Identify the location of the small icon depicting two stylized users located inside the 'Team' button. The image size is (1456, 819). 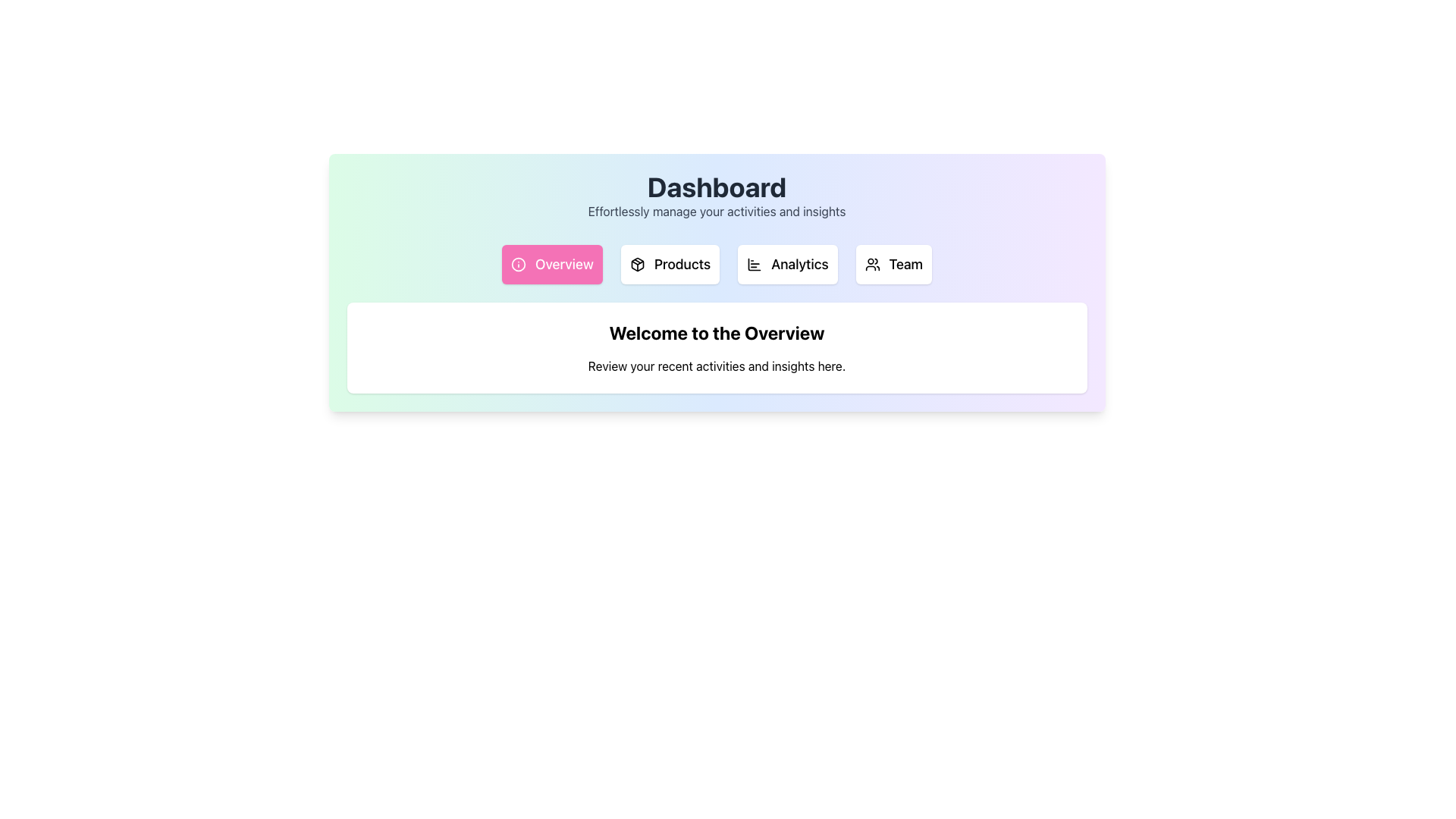
(872, 263).